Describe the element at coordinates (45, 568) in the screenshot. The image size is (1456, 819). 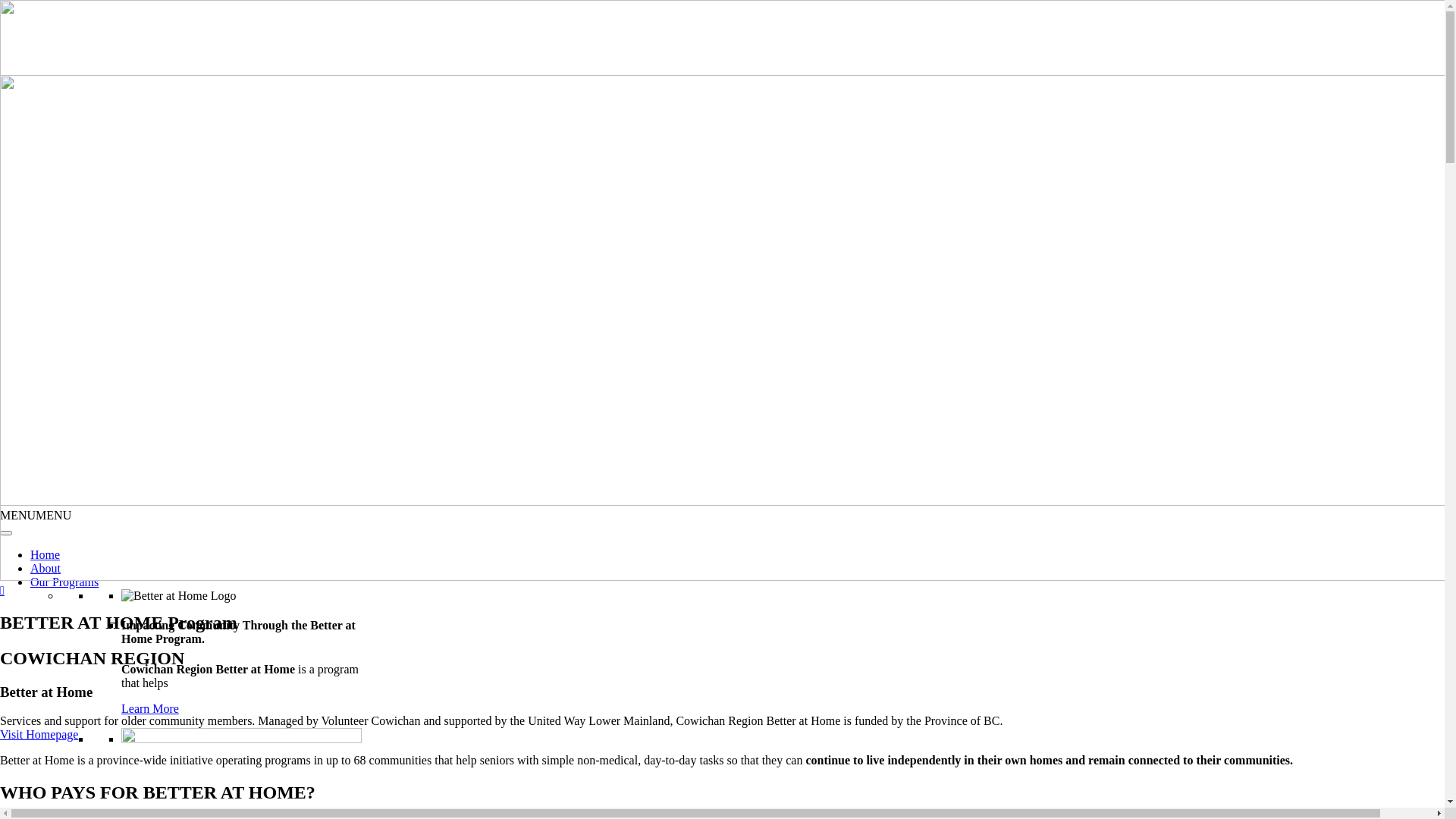
I see `'About'` at that location.